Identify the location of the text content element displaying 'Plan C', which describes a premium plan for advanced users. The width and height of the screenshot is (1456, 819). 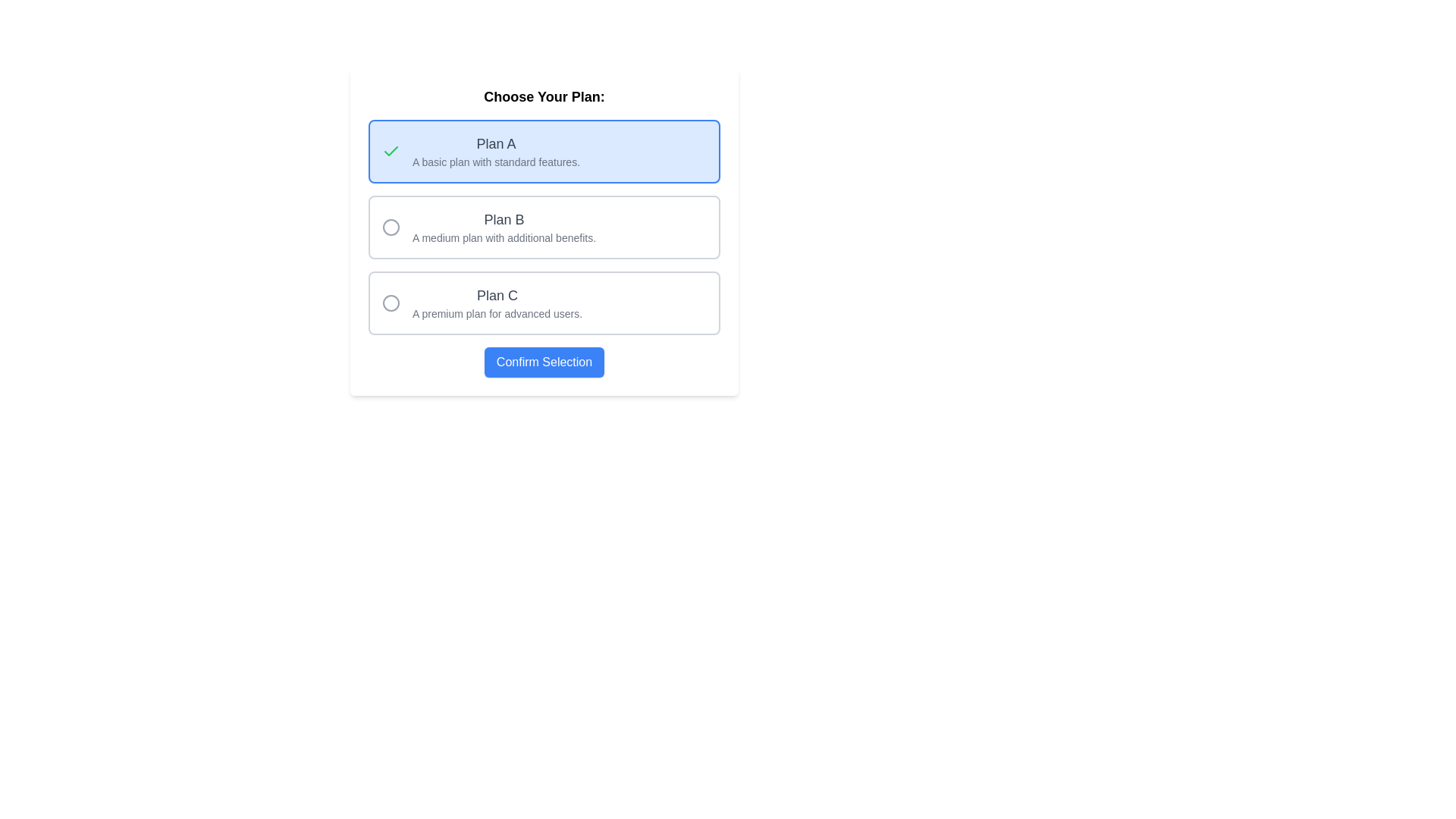
(497, 303).